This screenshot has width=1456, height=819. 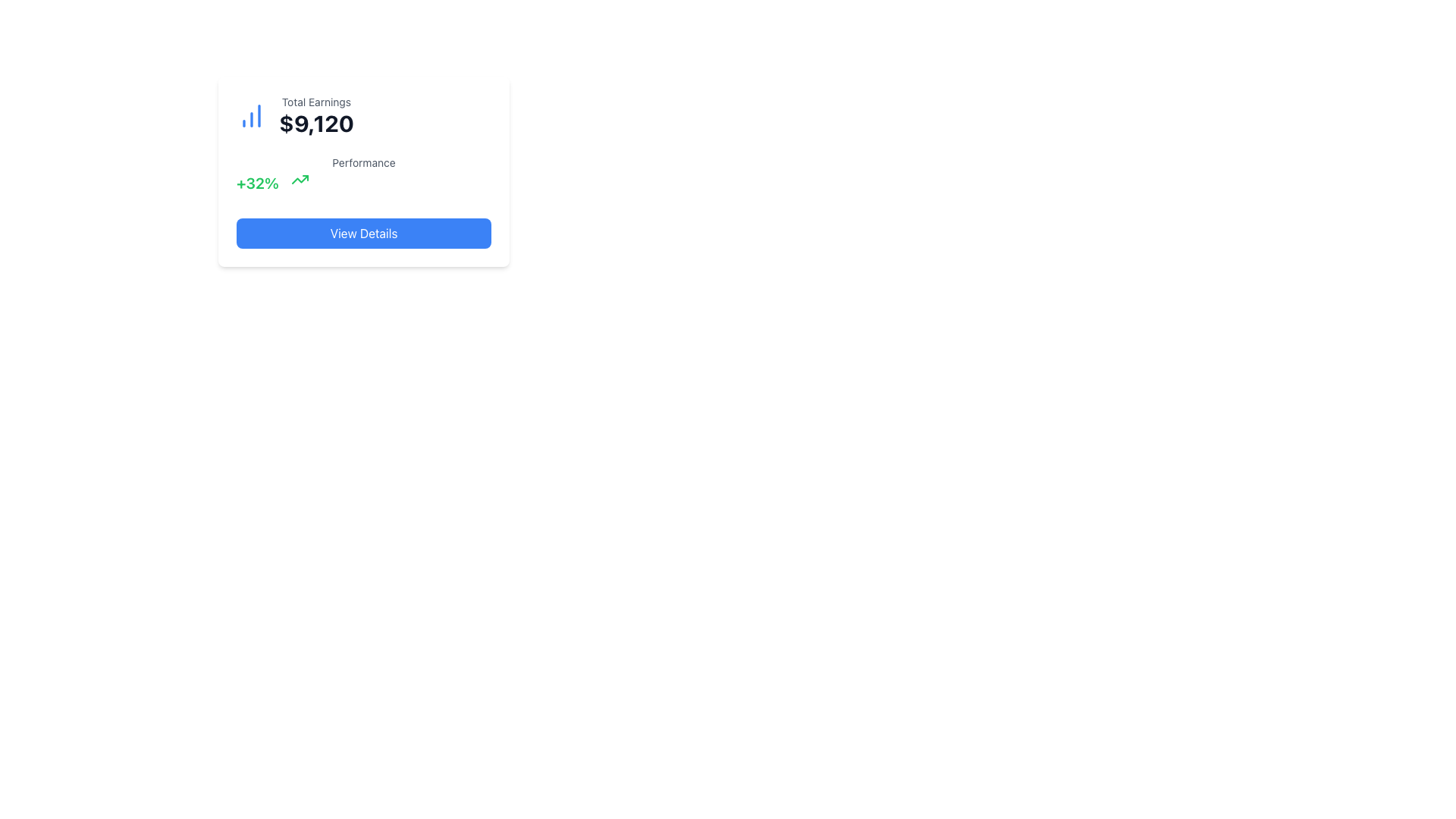 What do you see at coordinates (300, 178) in the screenshot?
I see `the small upward trending green arrow icon representing performance, which is located next to the text '+32%' and above the 'Performance' label` at bounding box center [300, 178].